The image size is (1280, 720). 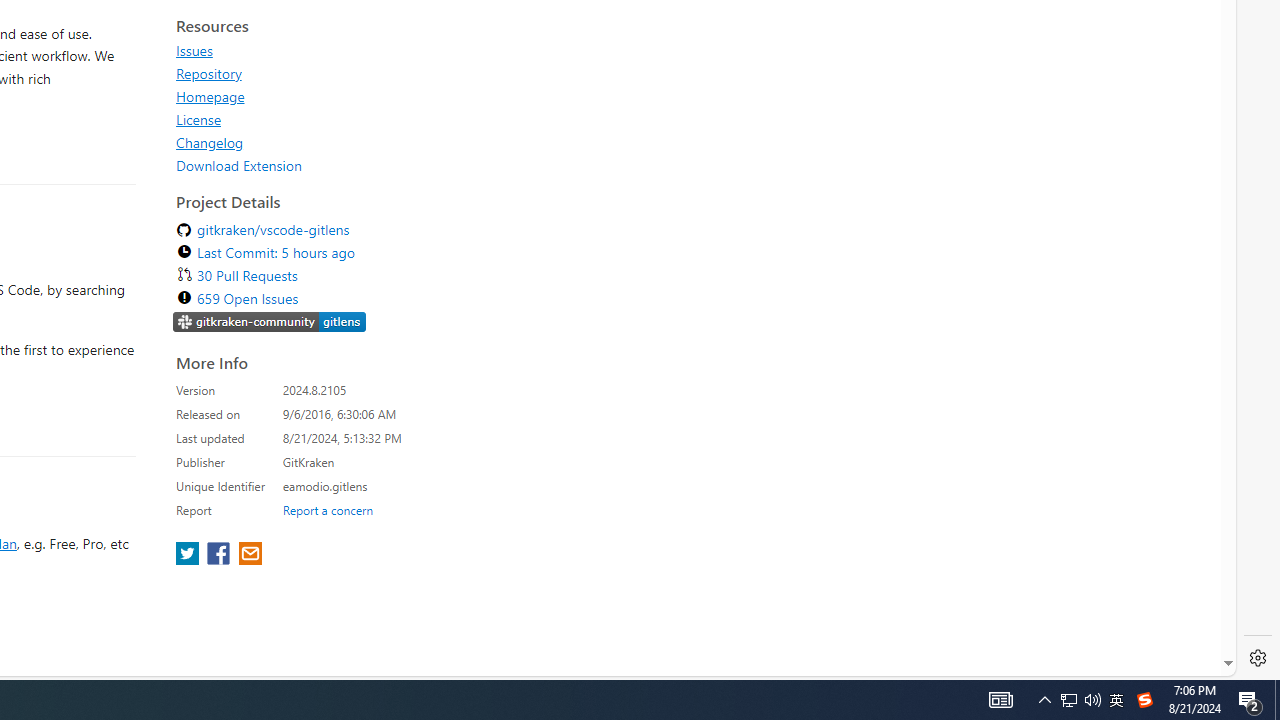 What do you see at coordinates (239, 164) in the screenshot?
I see `'Download Extension'` at bounding box center [239, 164].